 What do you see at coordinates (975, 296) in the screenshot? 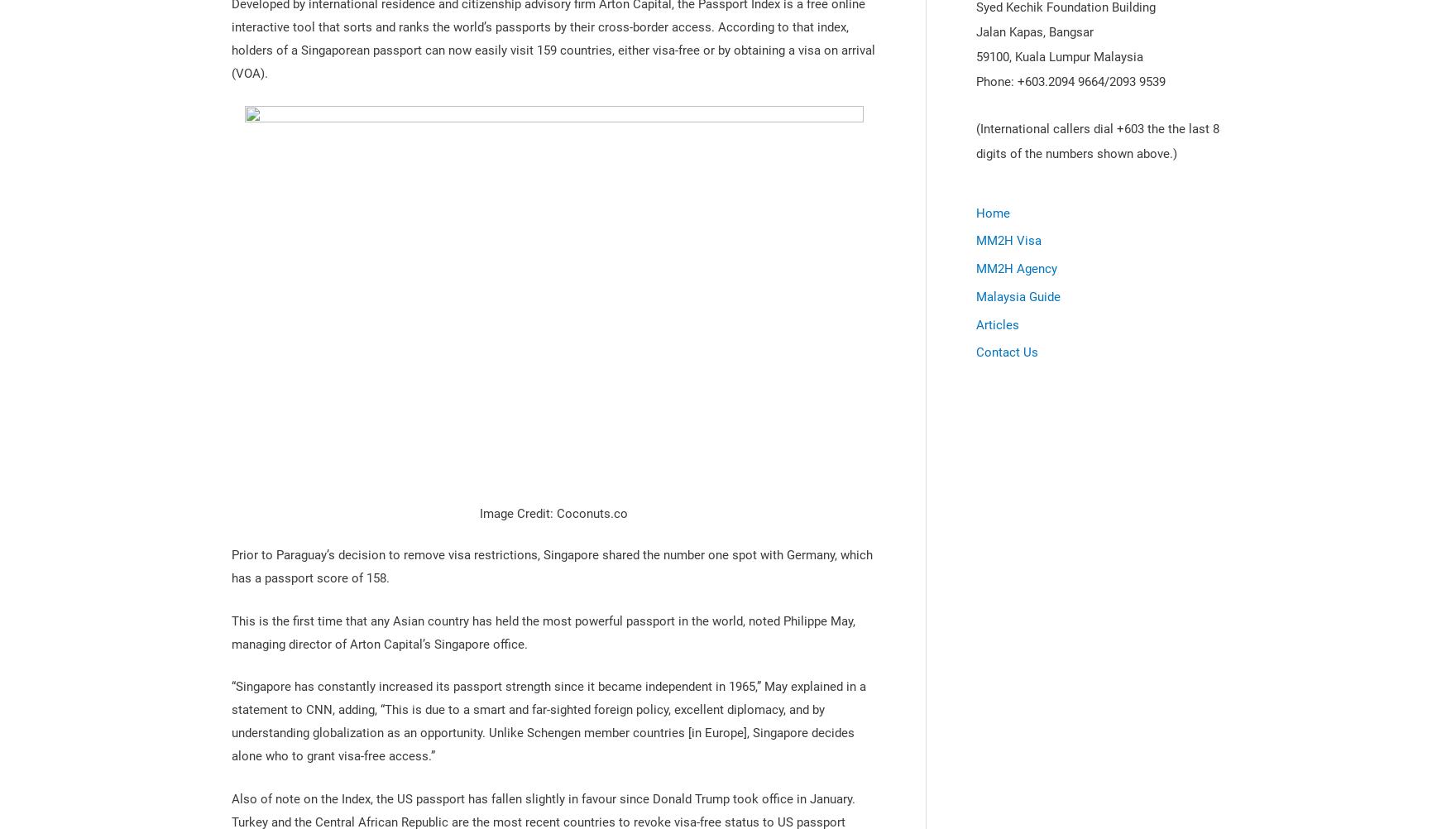
I see `'Malaysia Guide'` at bounding box center [975, 296].